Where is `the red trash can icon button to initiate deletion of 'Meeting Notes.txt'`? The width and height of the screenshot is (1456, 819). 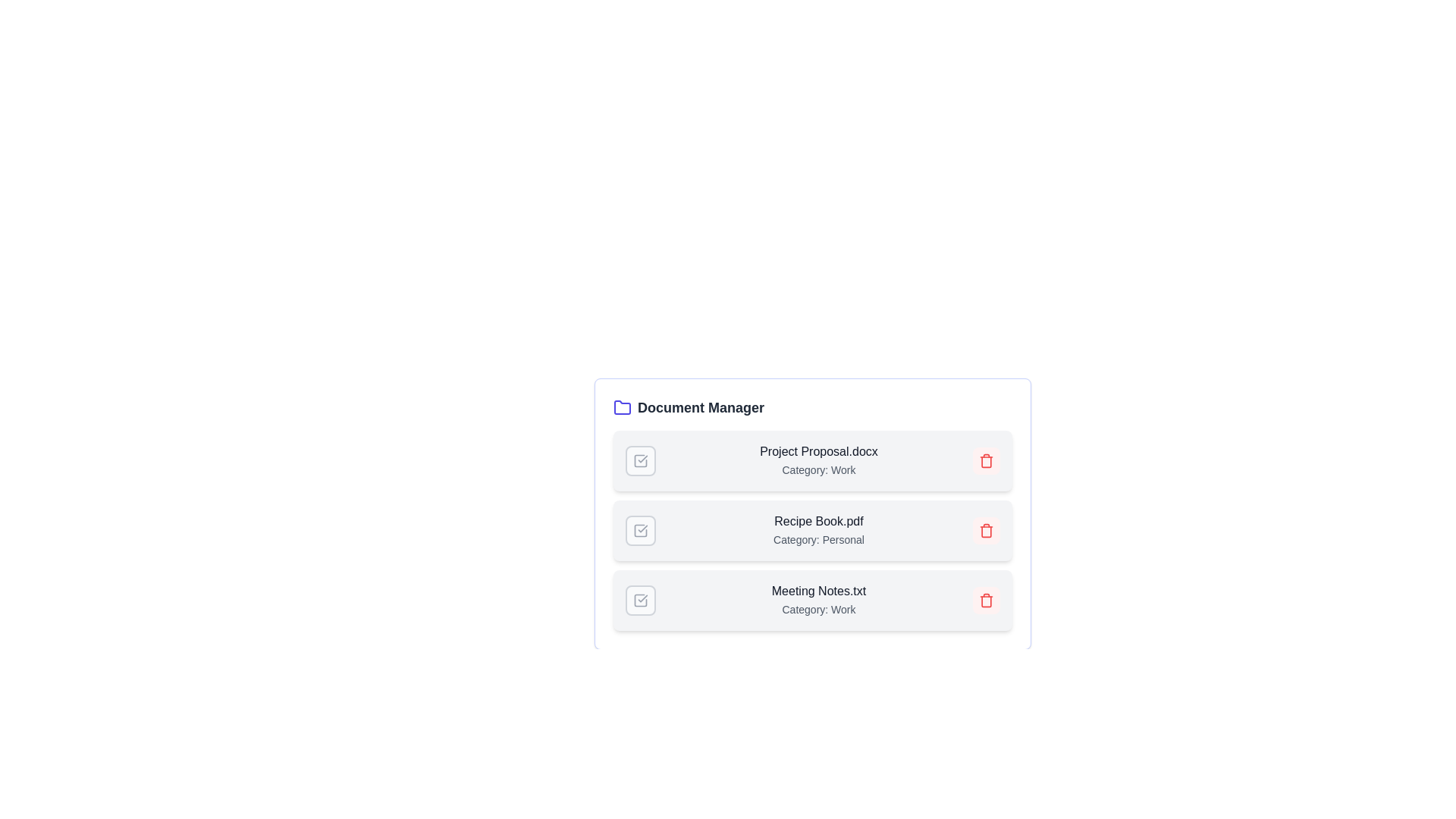
the red trash can icon button to initiate deletion of 'Meeting Notes.txt' is located at coordinates (986, 599).